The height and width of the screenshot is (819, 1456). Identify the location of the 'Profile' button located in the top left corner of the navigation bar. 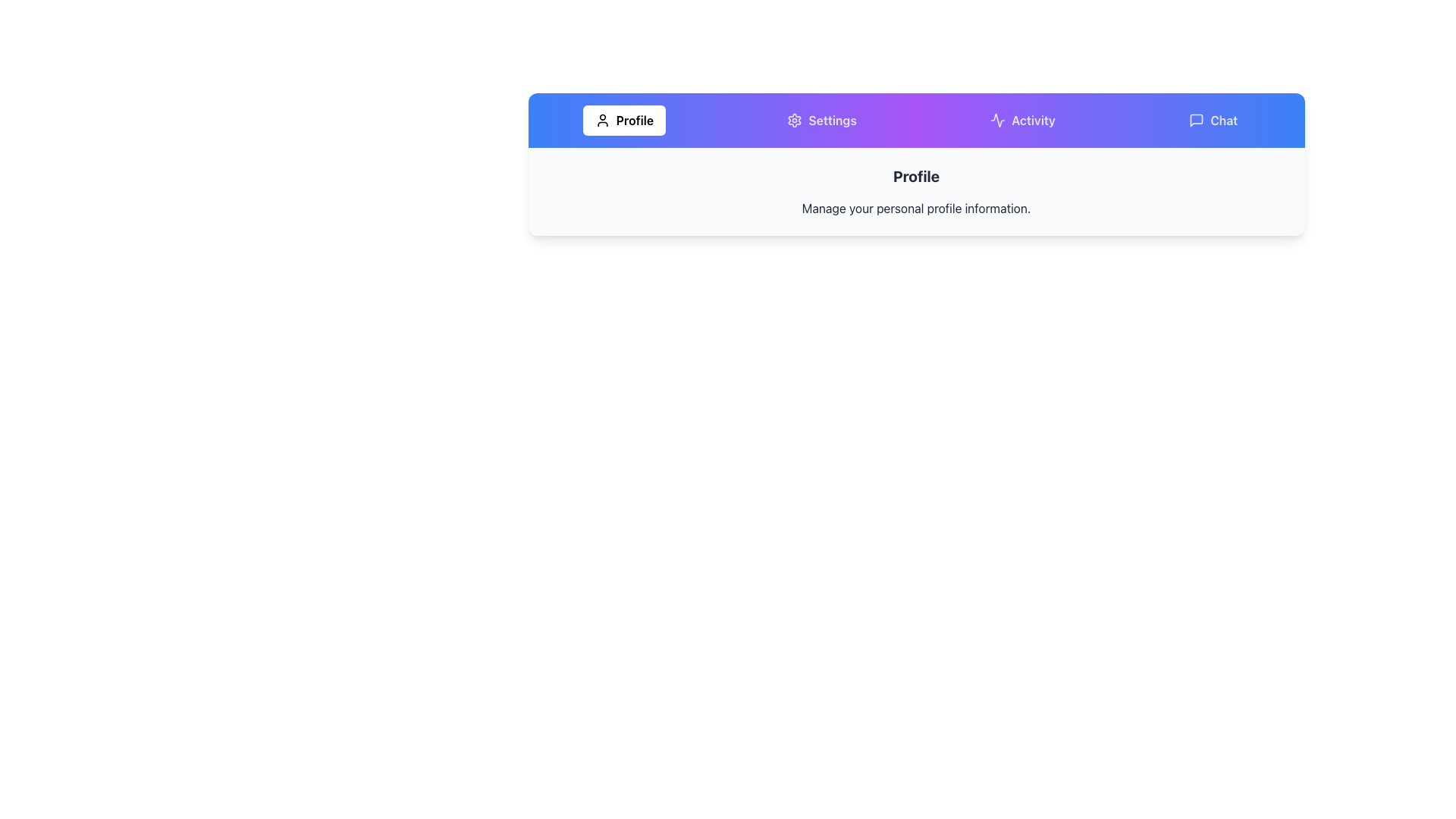
(624, 119).